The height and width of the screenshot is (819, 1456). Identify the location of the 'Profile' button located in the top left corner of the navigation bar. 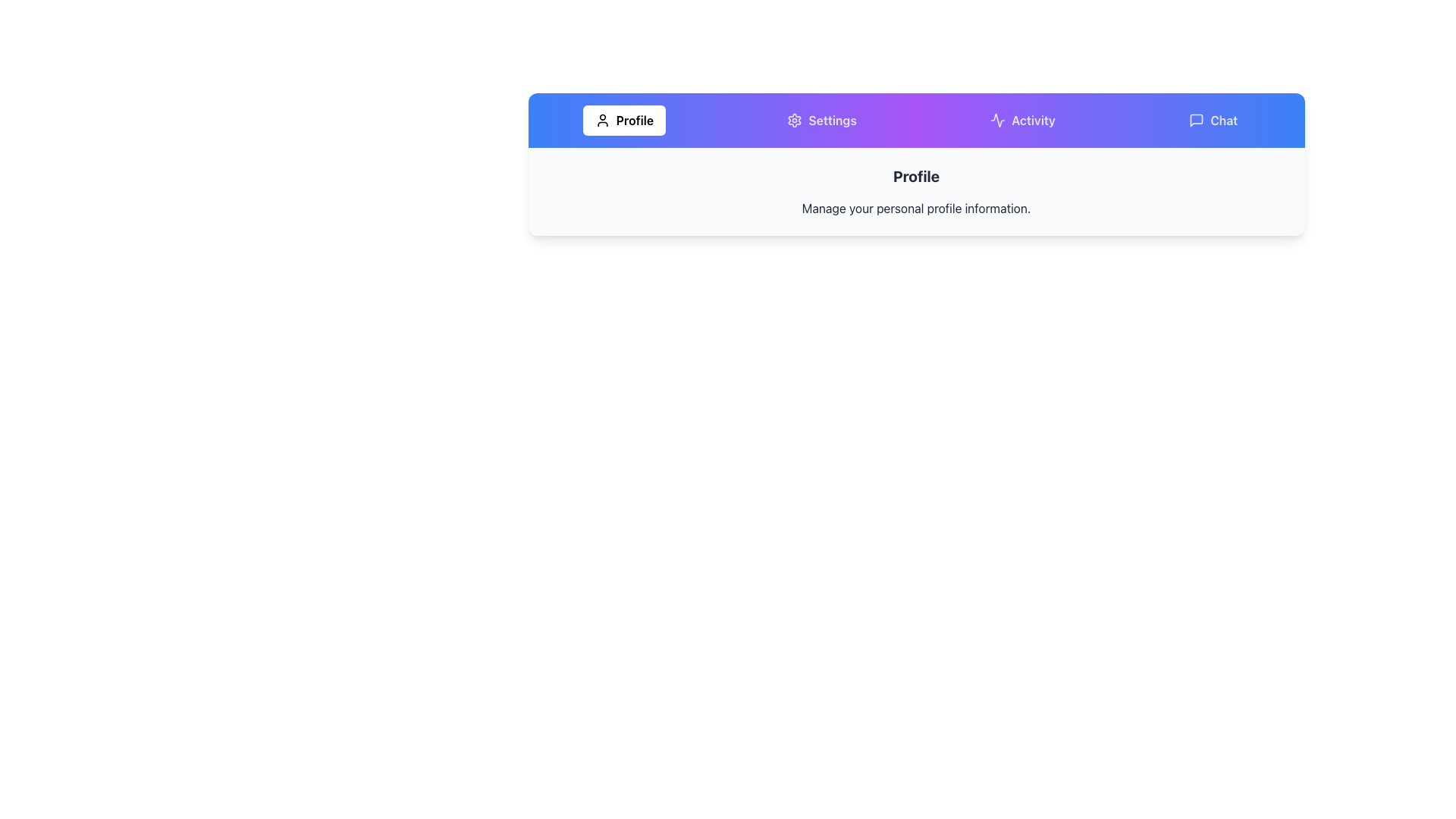
(624, 119).